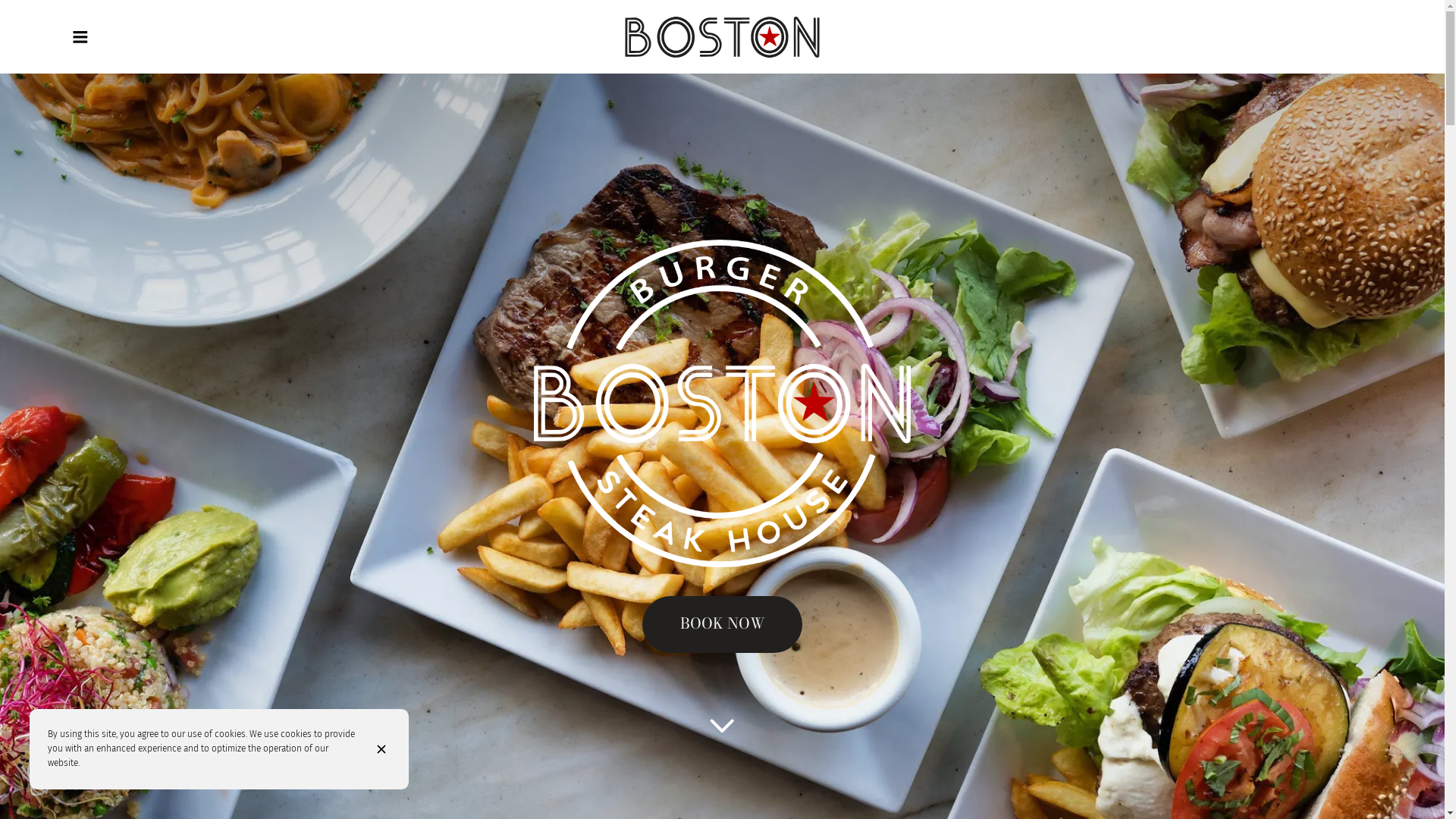 This screenshot has width=1456, height=819. I want to click on 'BOSTON STEAK HOUSE', so click(721, 36).